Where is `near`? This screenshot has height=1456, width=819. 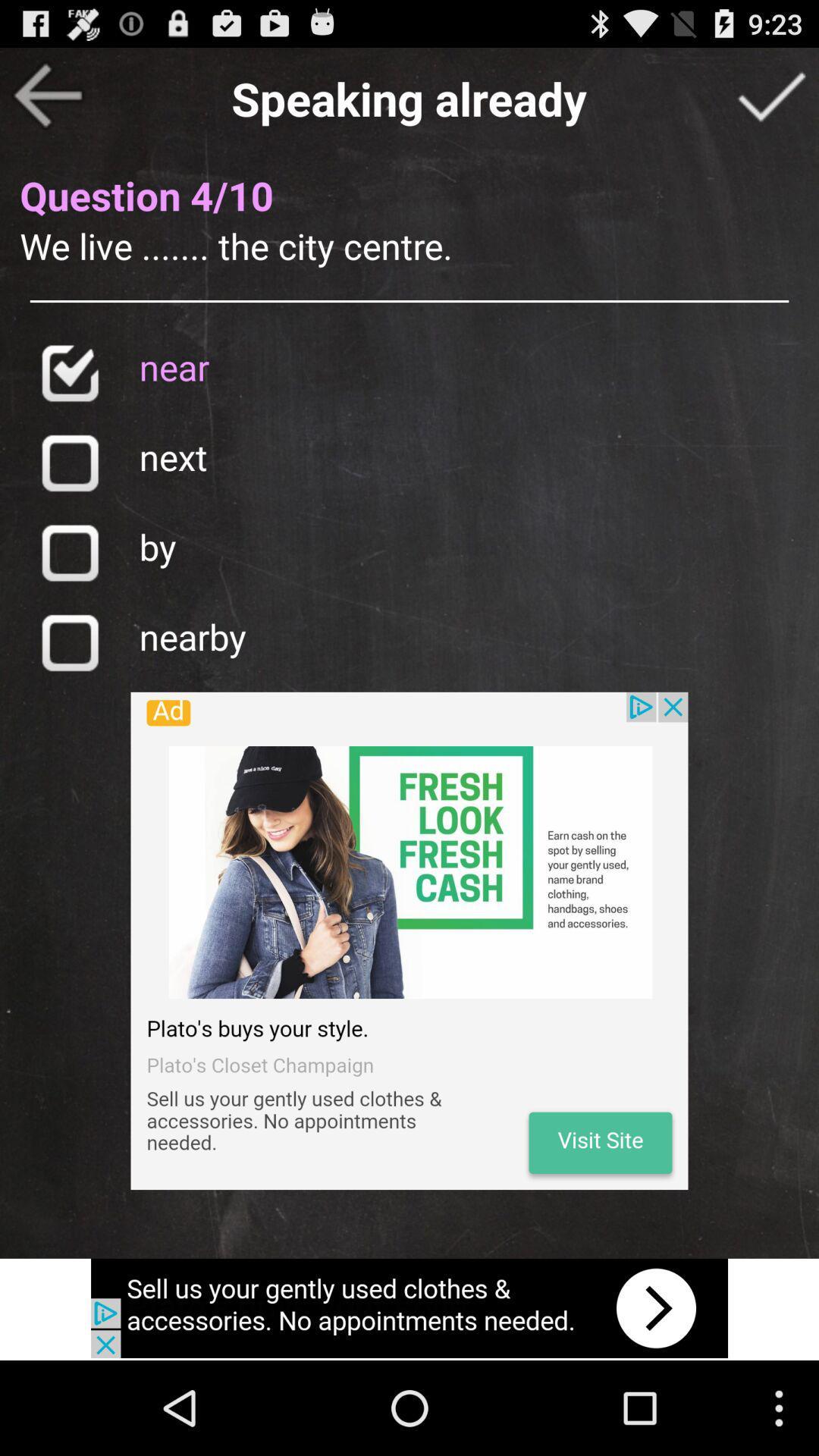
near is located at coordinates (69, 372).